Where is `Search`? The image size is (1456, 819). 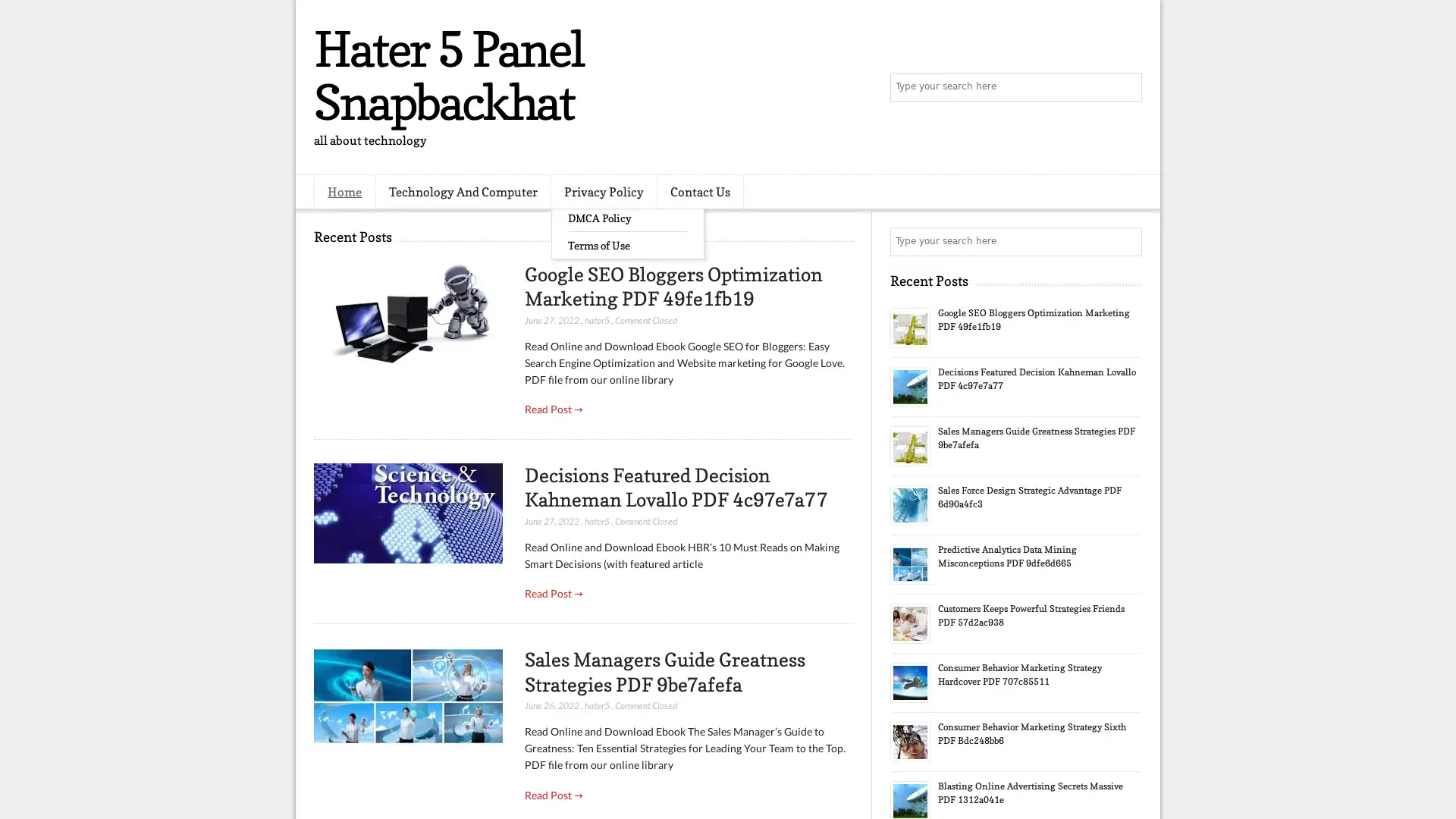
Search is located at coordinates (1126, 87).